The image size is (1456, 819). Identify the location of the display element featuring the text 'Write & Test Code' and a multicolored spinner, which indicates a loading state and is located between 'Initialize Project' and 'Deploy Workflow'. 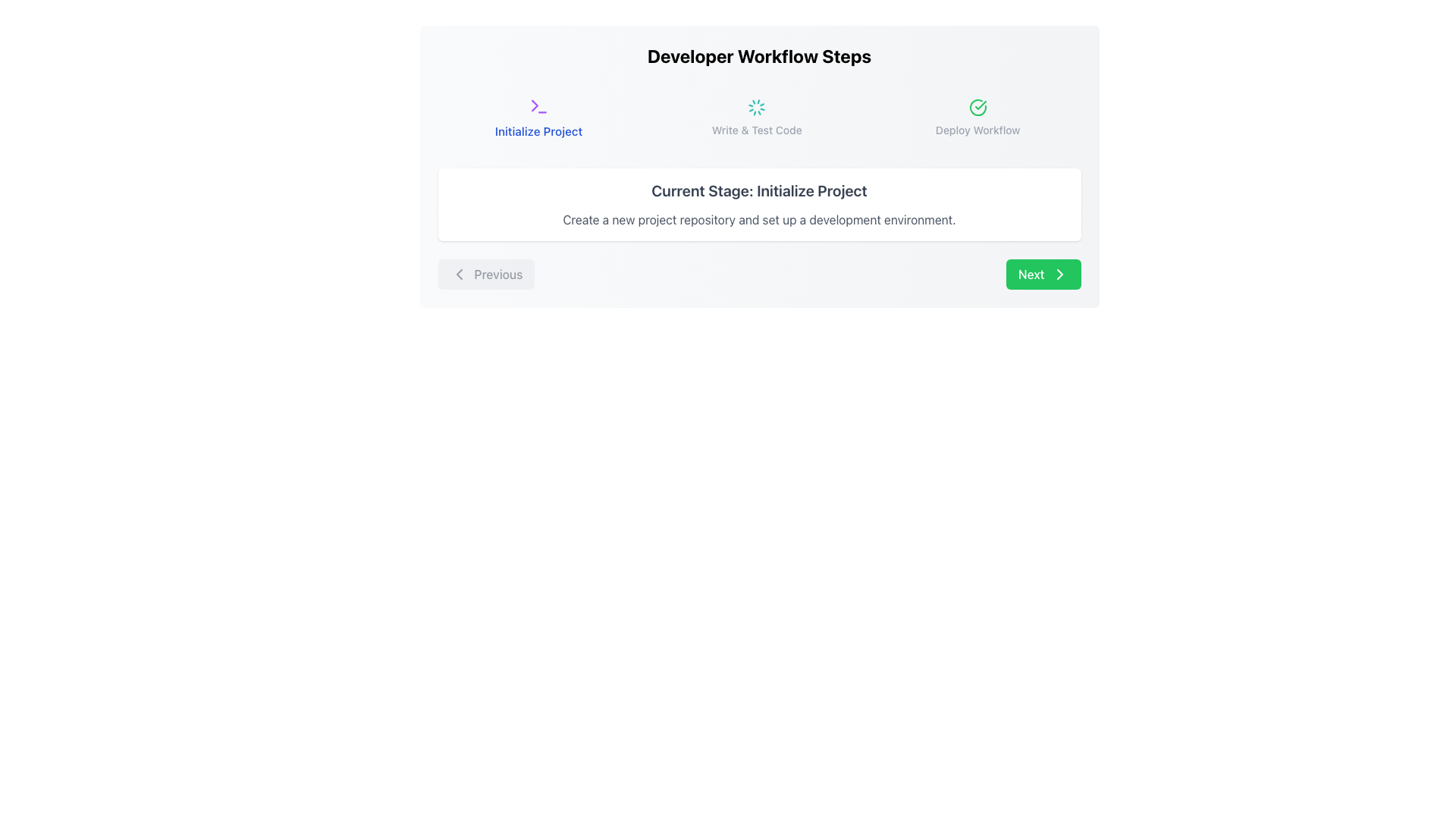
(757, 117).